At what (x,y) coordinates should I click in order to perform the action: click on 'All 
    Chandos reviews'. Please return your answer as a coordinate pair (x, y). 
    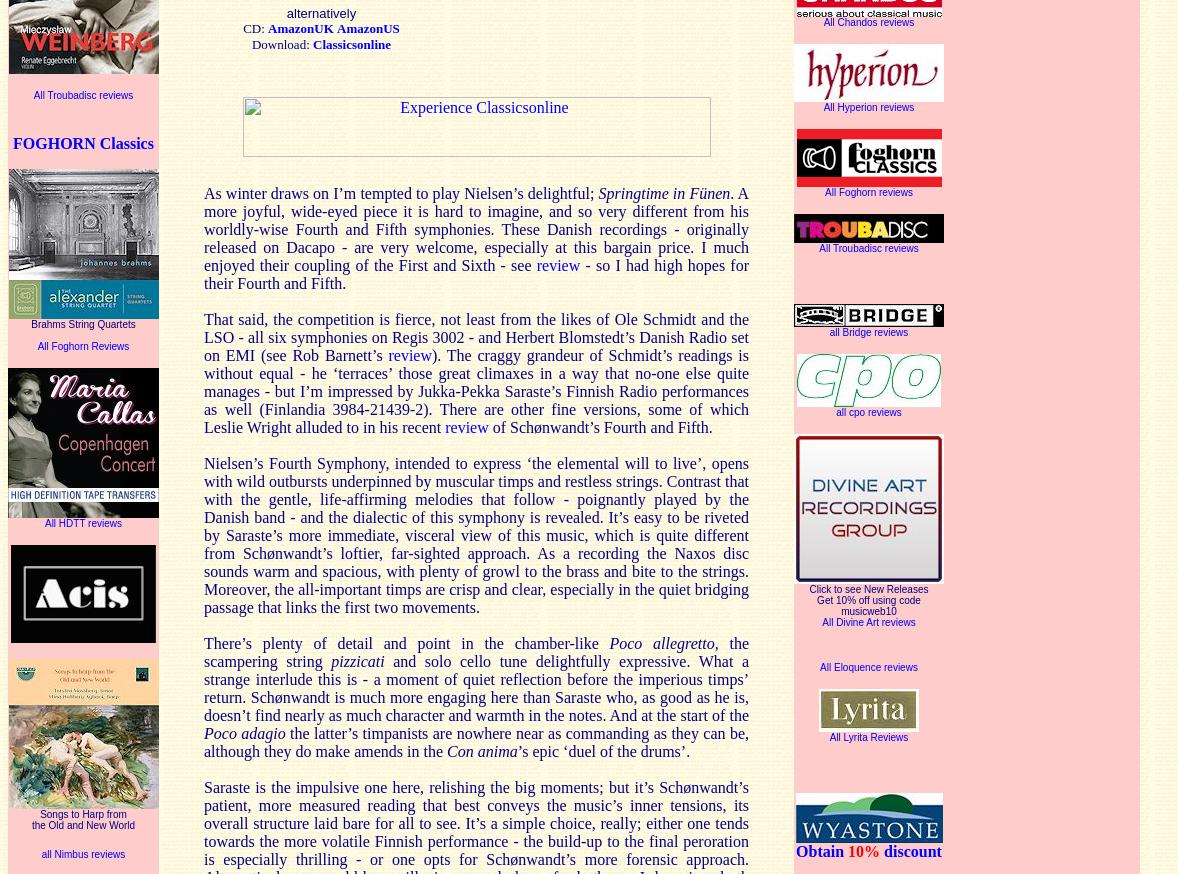
    Looking at the image, I should click on (867, 20).